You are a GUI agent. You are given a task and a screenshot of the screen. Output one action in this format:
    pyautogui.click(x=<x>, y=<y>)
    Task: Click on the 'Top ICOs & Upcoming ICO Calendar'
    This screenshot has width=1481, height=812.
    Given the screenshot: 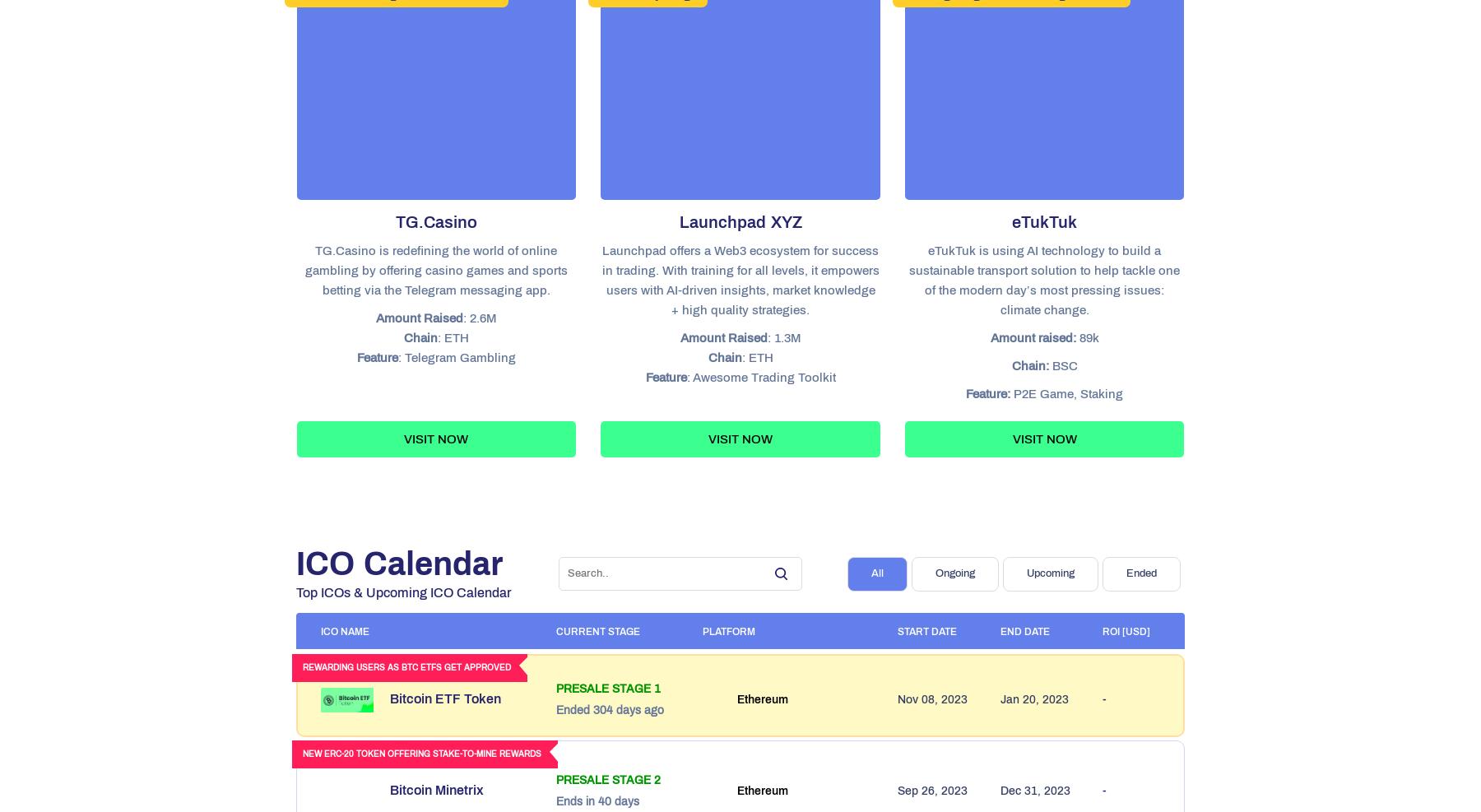 What is the action you would take?
    pyautogui.click(x=296, y=592)
    